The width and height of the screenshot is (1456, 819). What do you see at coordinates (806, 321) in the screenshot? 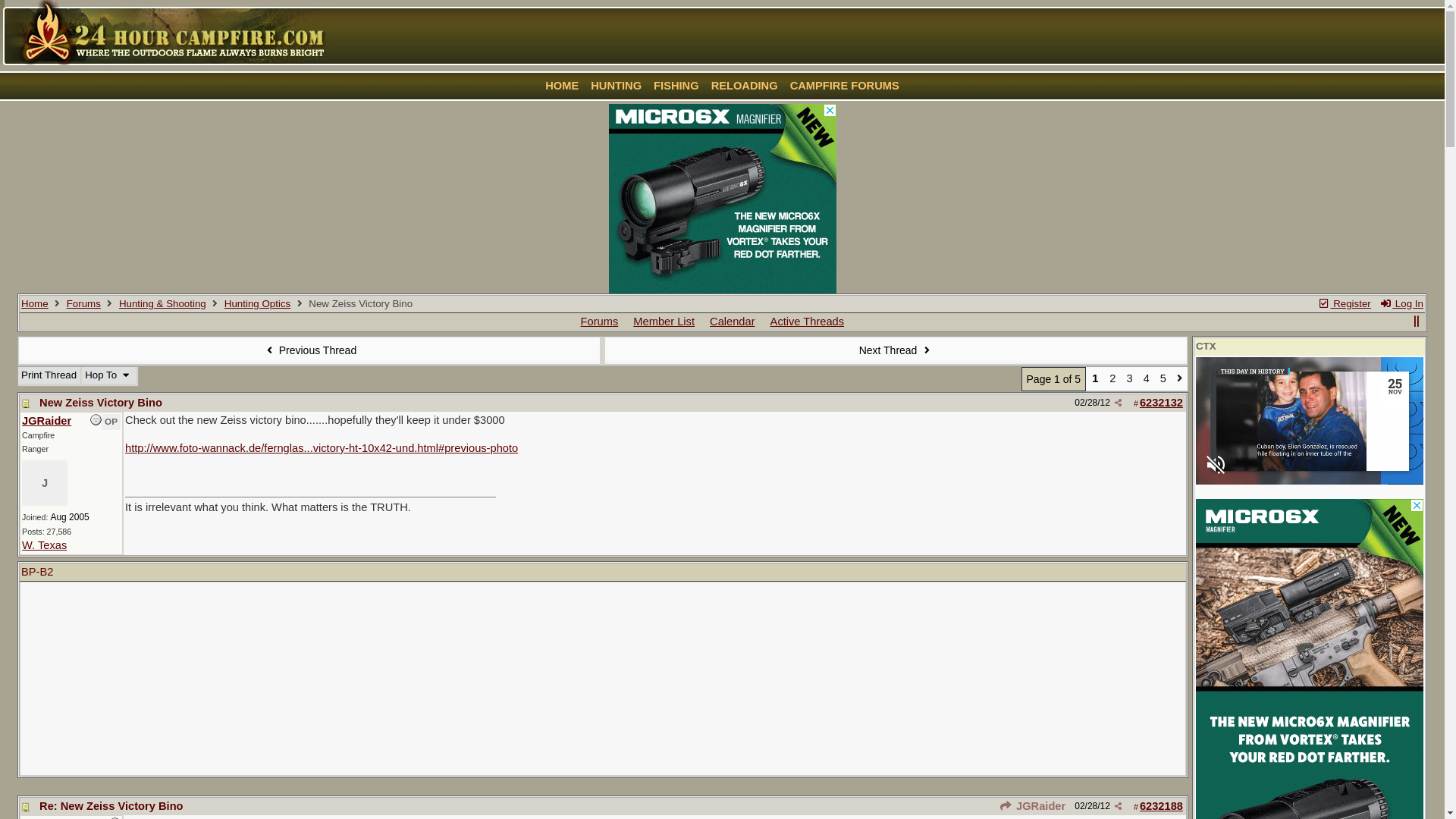
I see `'Active Threads'` at bounding box center [806, 321].